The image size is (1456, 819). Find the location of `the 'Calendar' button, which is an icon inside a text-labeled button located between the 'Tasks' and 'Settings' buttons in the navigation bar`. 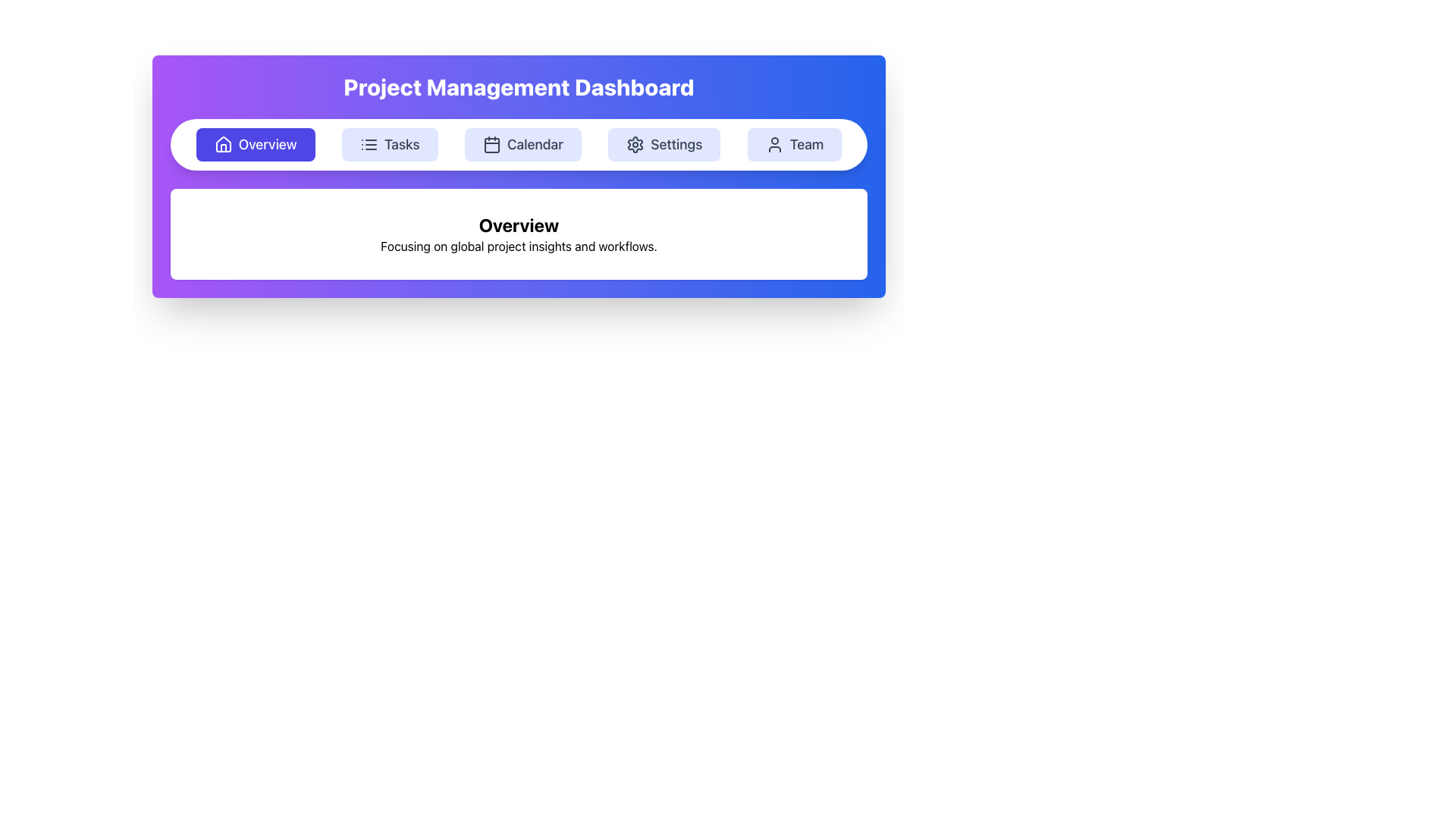

the 'Calendar' button, which is an icon inside a text-labeled button located between the 'Tasks' and 'Settings' buttons in the navigation bar is located at coordinates (491, 145).